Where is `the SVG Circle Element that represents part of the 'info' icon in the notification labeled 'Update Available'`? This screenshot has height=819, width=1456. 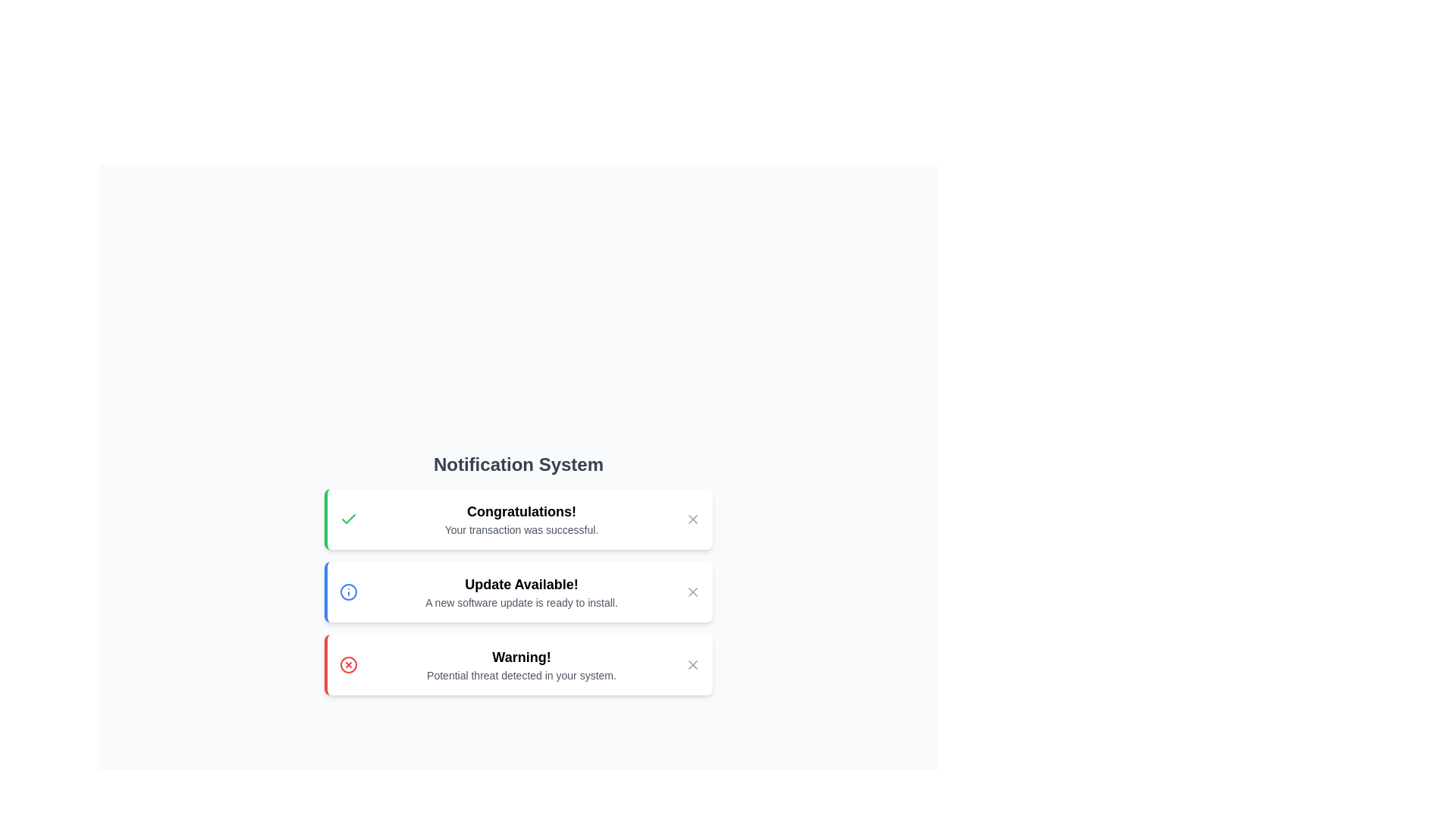
the SVG Circle Element that represents part of the 'info' icon in the notification labeled 'Update Available' is located at coordinates (348, 591).